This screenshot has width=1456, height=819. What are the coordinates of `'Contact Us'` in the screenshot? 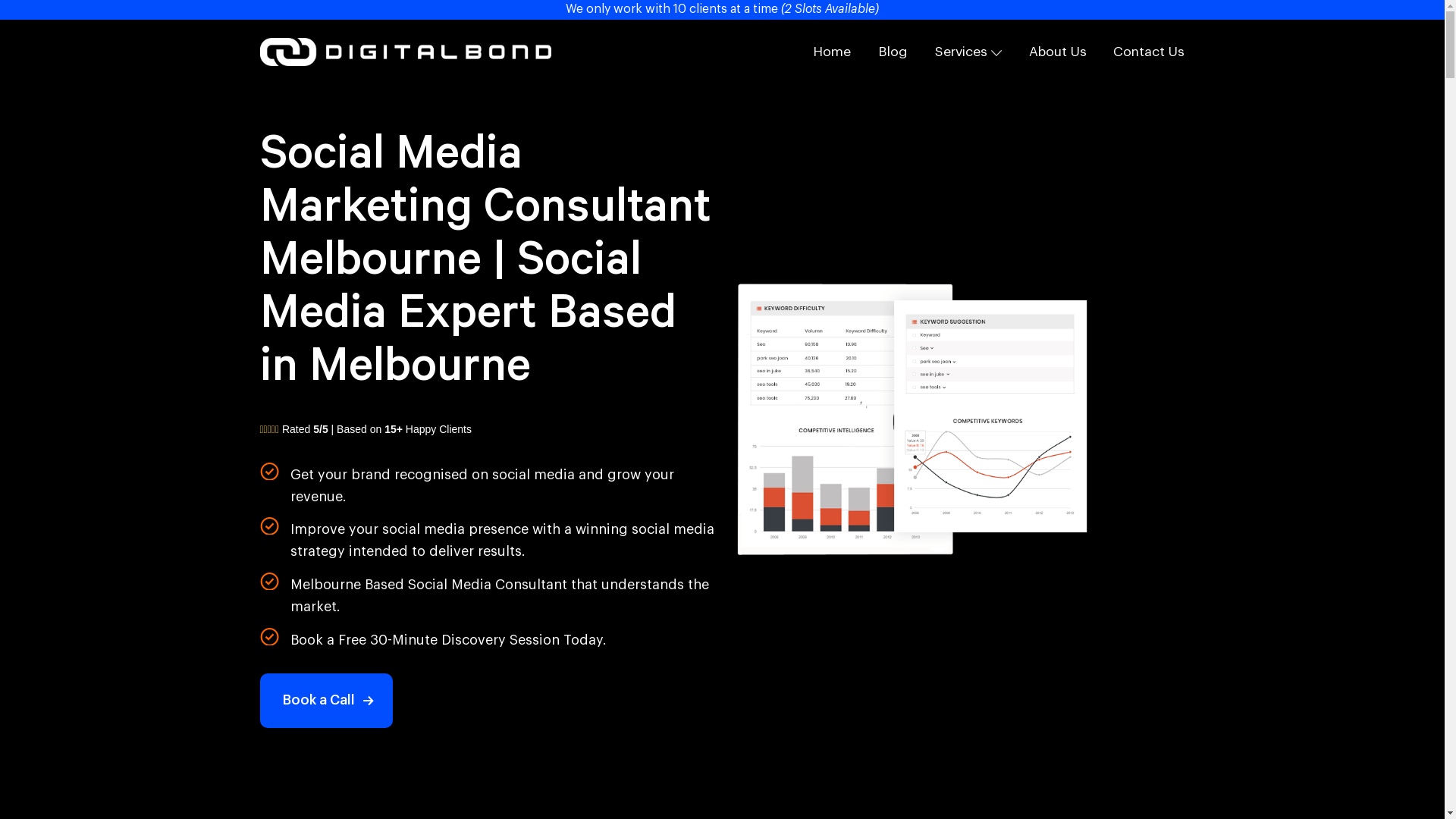 It's located at (1149, 51).